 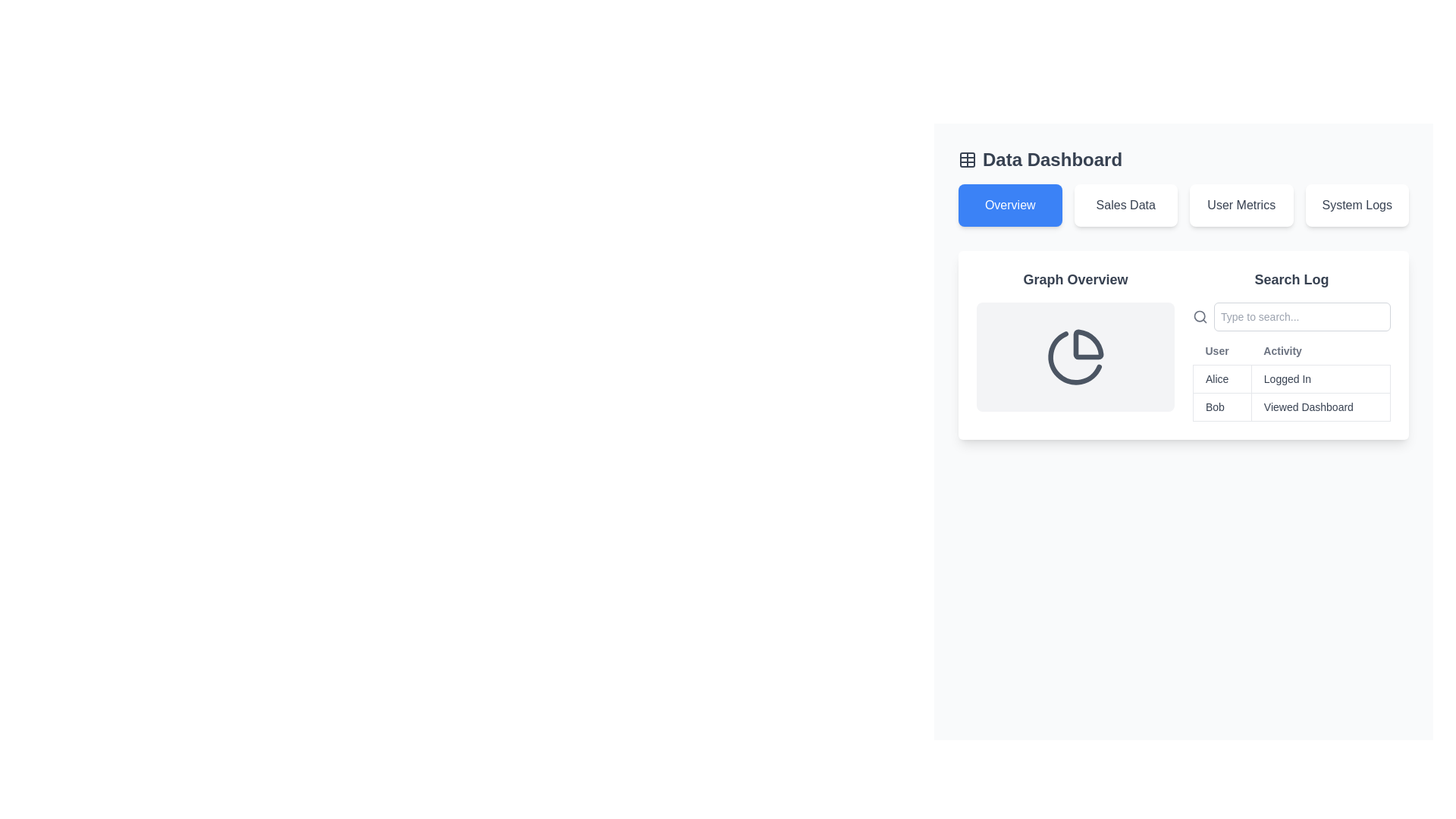 What do you see at coordinates (1291, 351) in the screenshot?
I see `the Table Header Row containing the text 'UserActivity' in the 'Search Log' section of the dashboard` at bounding box center [1291, 351].